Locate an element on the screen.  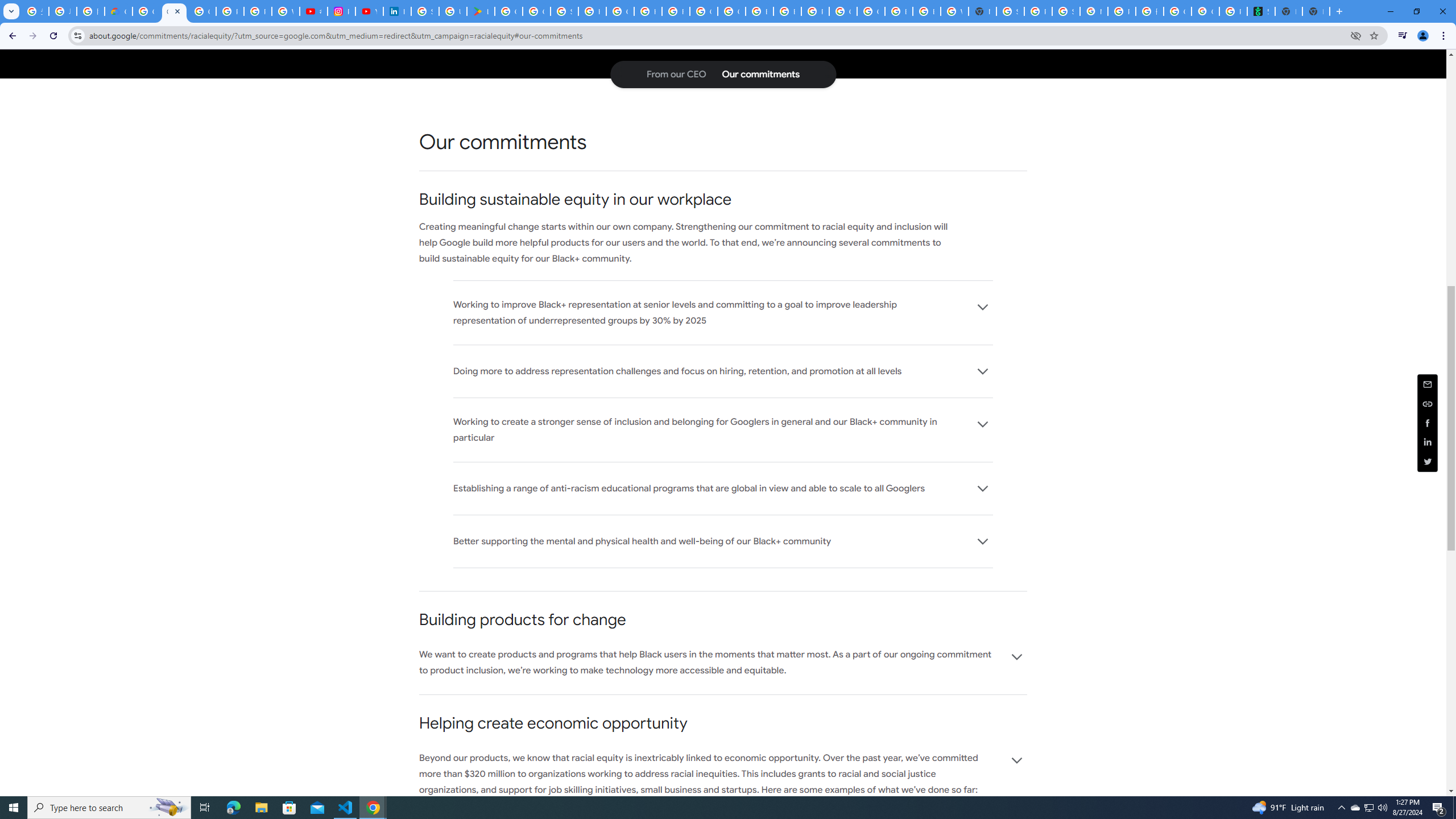
'Share this page (Facebook)' is located at coordinates (1428, 422).